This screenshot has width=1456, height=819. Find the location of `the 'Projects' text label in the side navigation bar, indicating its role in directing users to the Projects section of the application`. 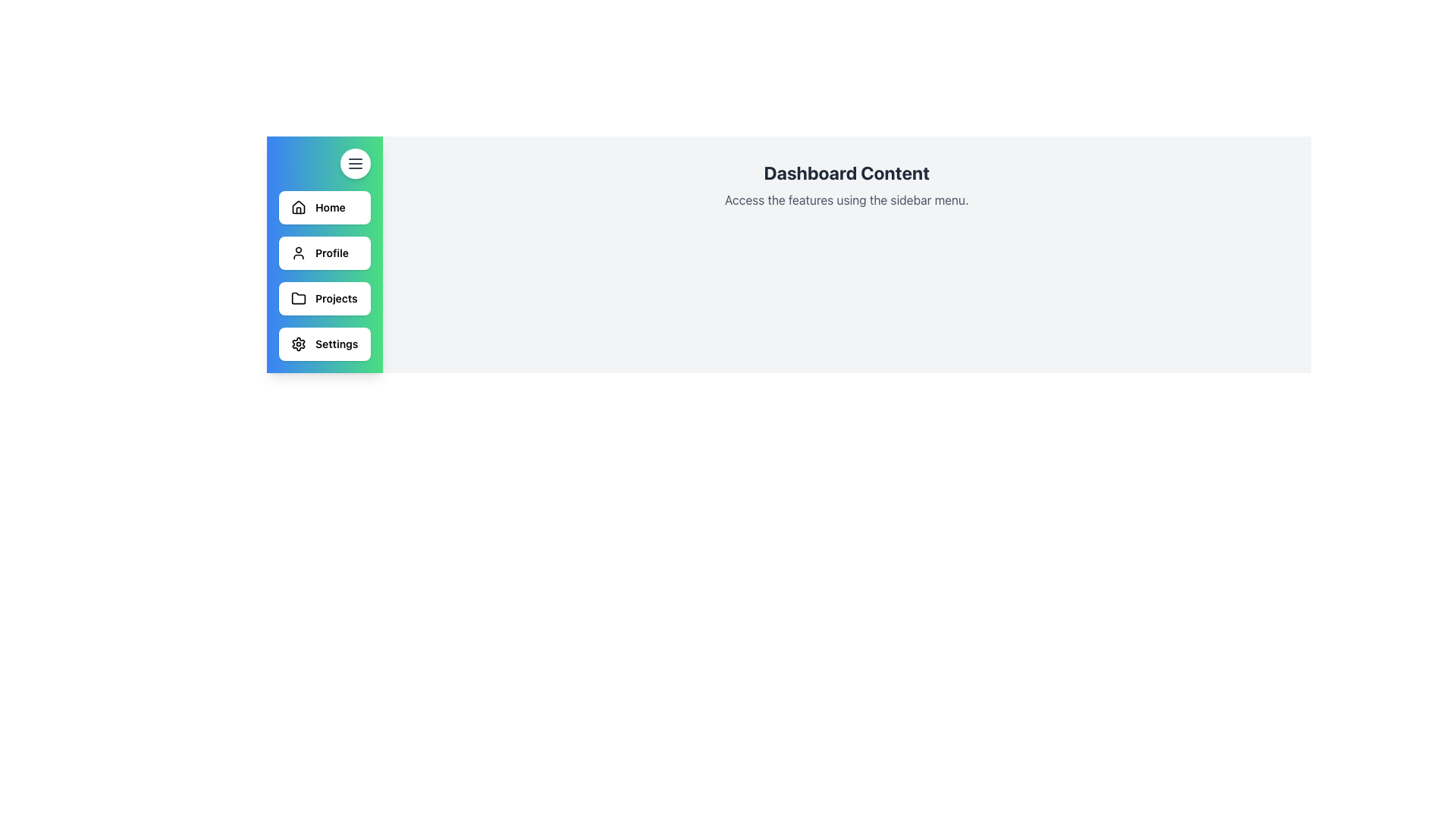

the 'Projects' text label in the side navigation bar, indicating its role in directing users to the Projects section of the application is located at coordinates (335, 298).